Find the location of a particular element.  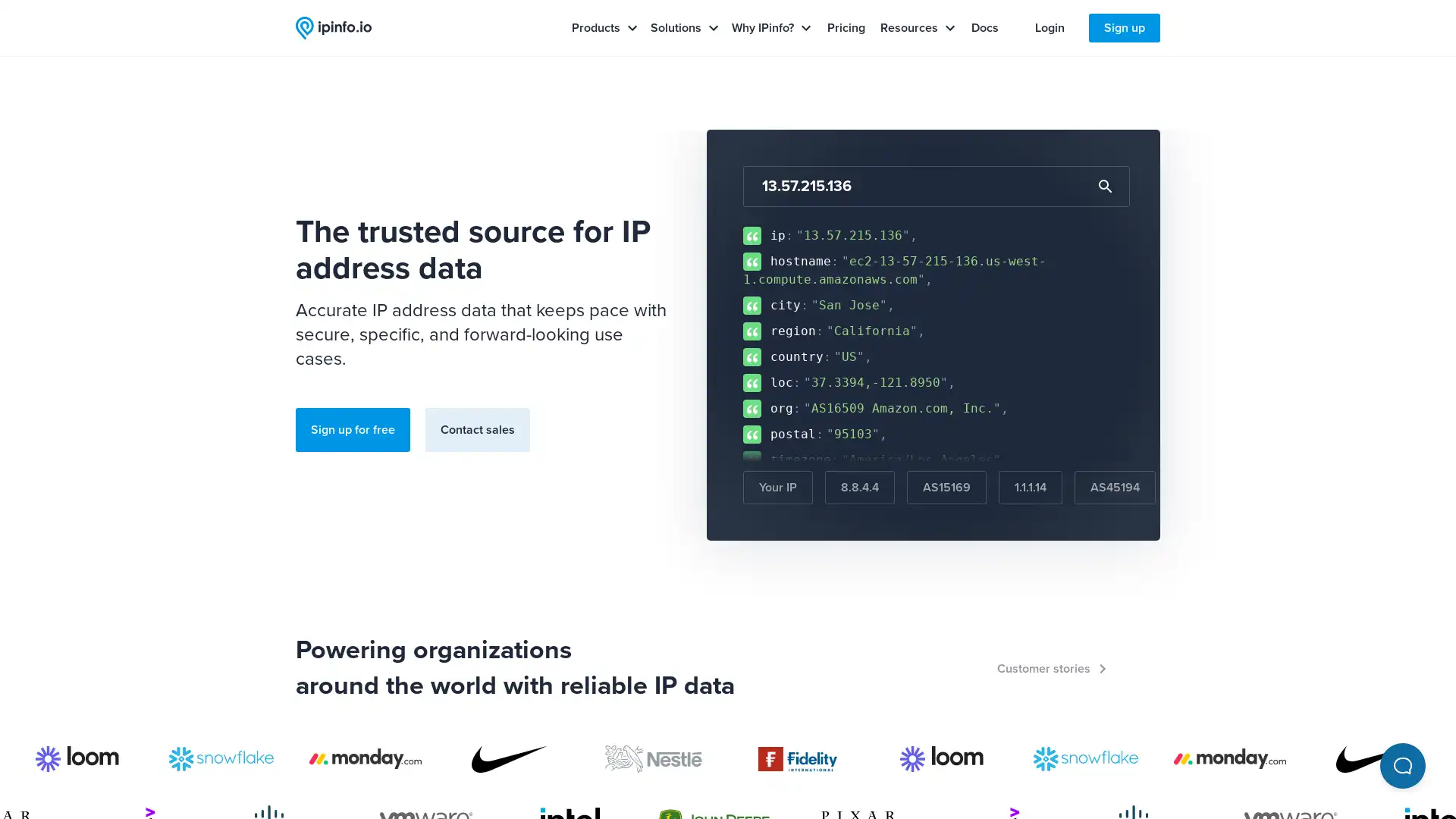

68.87.41.40 is located at coordinates (1215, 488).